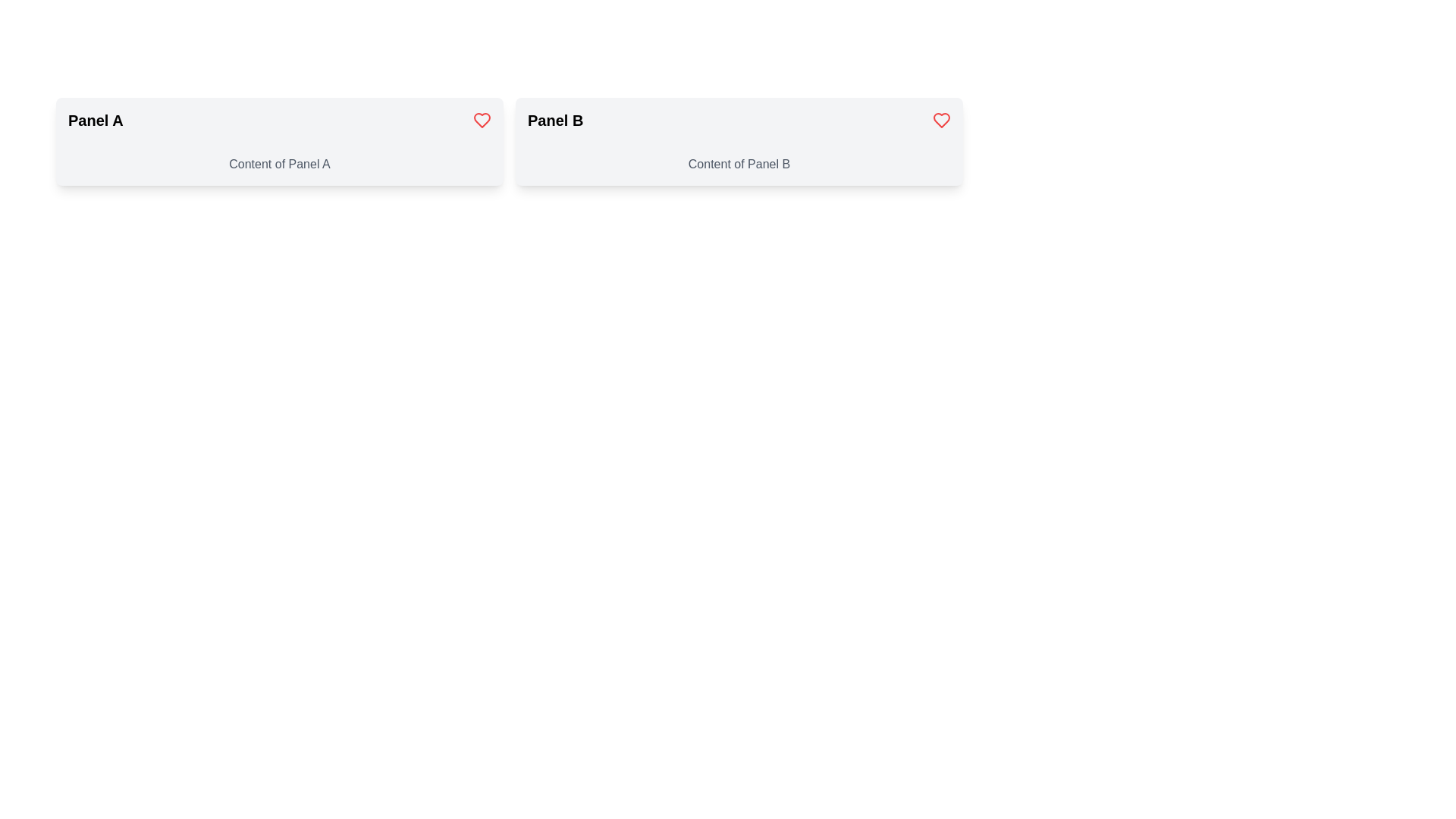  What do you see at coordinates (280, 164) in the screenshot?
I see `the informational text block located in 'Panel A', positioned below its header` at bounding box center [280, 164].